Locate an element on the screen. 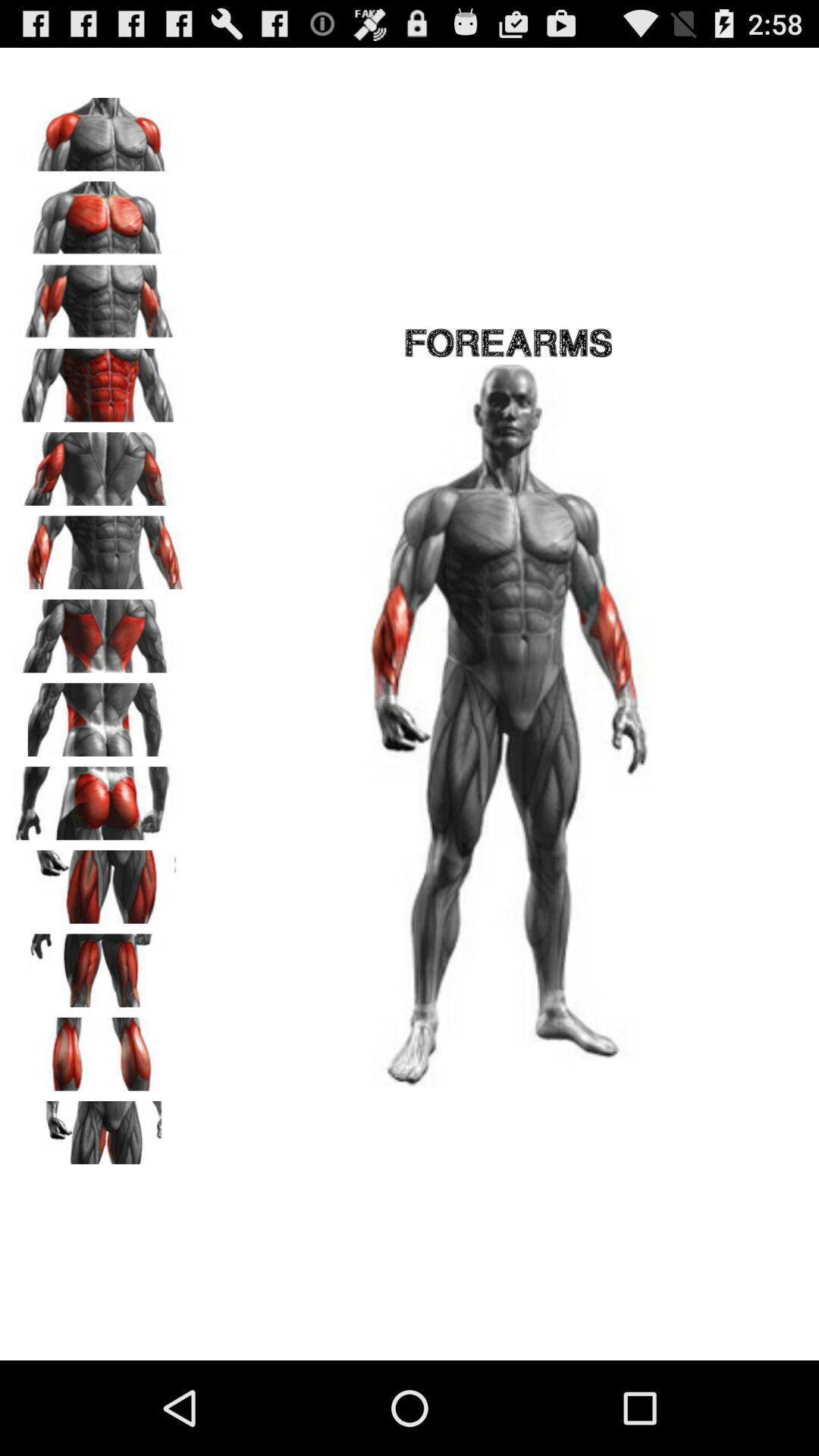 This screenshot has width=819, height=1456. zoom in on area is located at coordinates (99, 1048).